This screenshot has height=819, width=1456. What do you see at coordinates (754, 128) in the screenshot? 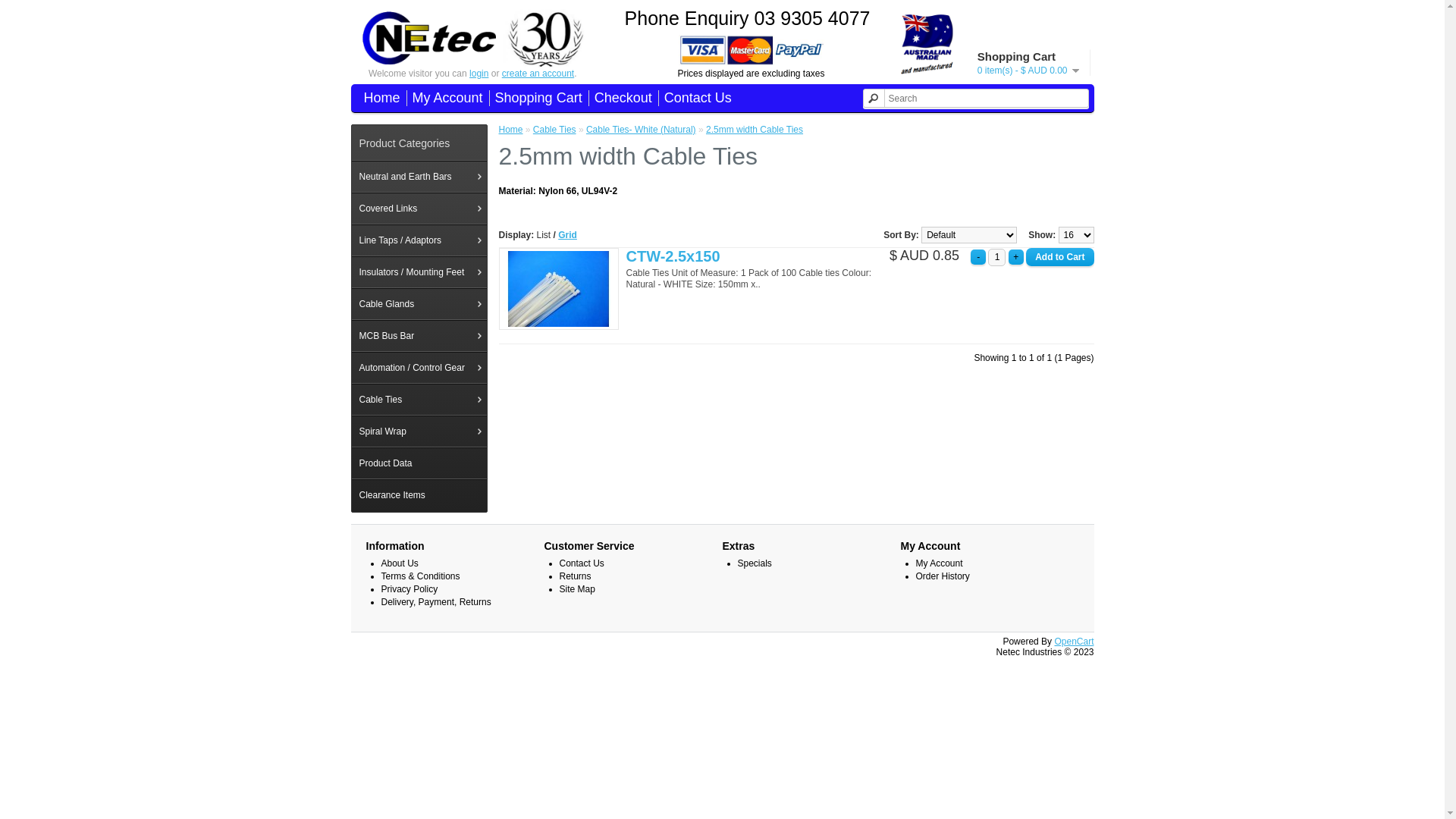
I see `'2.5mm width Cable Ties'` at bounding box center [754, 128].